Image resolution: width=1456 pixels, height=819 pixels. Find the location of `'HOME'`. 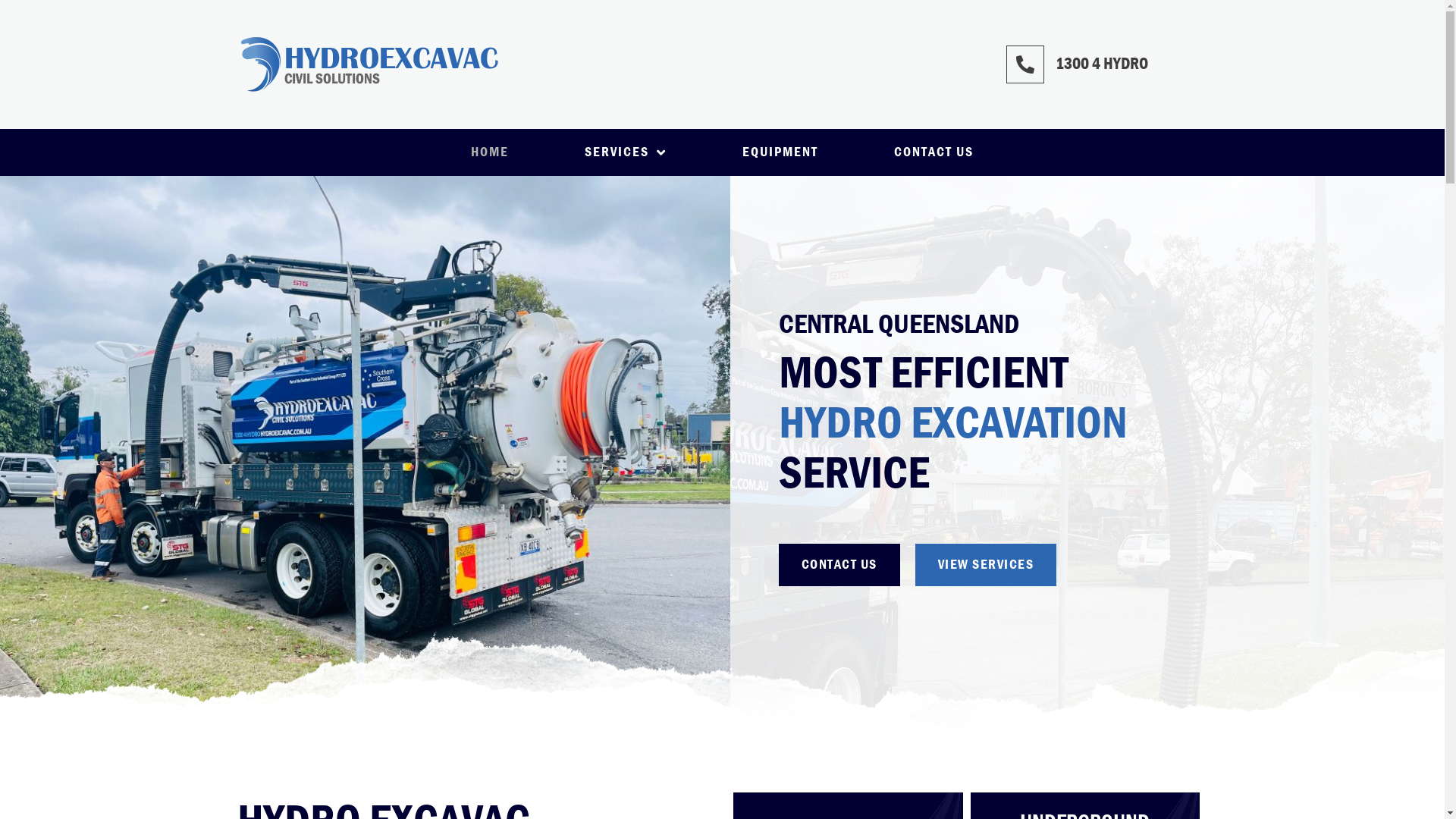

'HOME' is located at coordinates (490, 152).